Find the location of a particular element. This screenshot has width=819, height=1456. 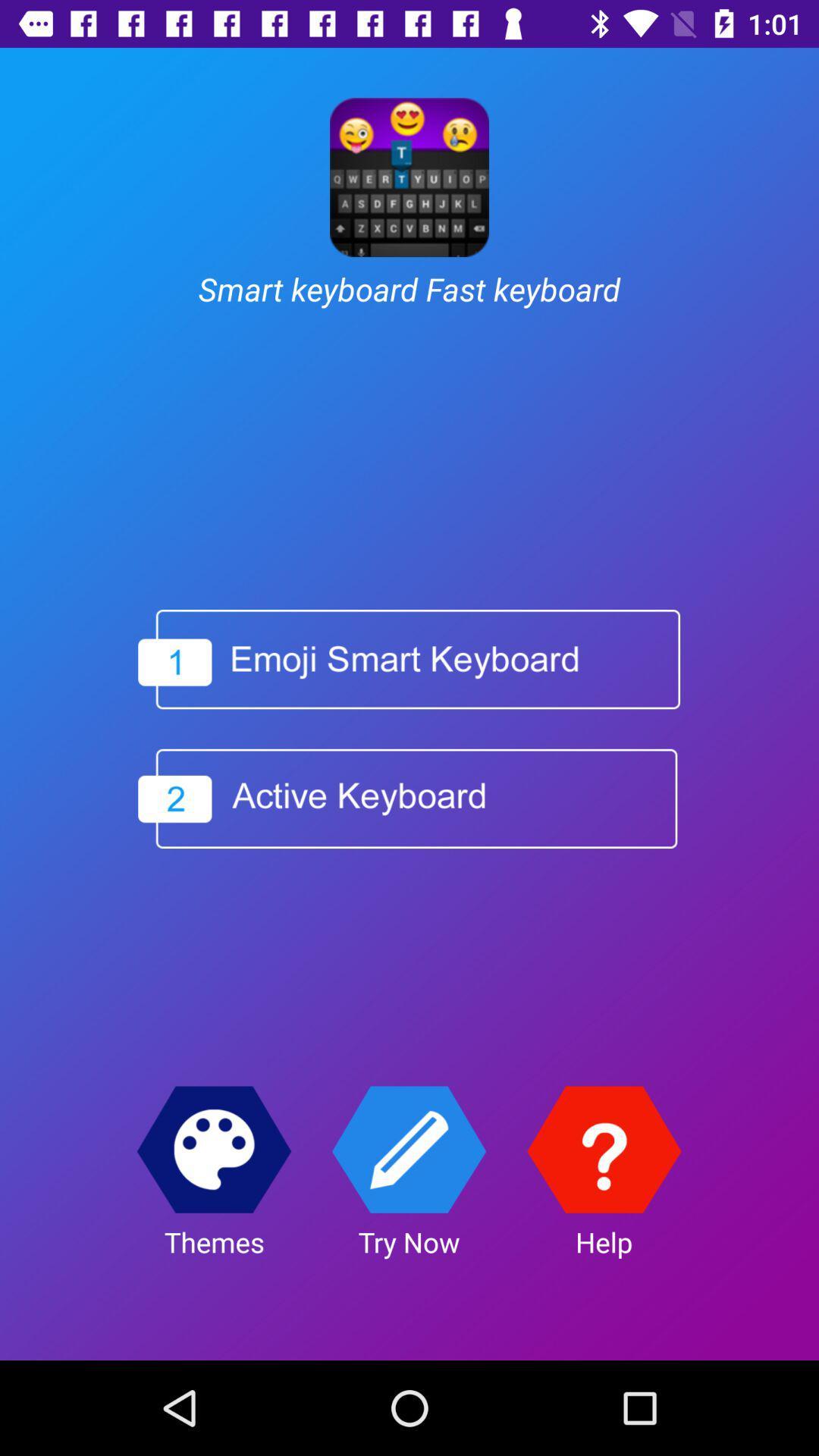

option is located at coordinates (406, 798).